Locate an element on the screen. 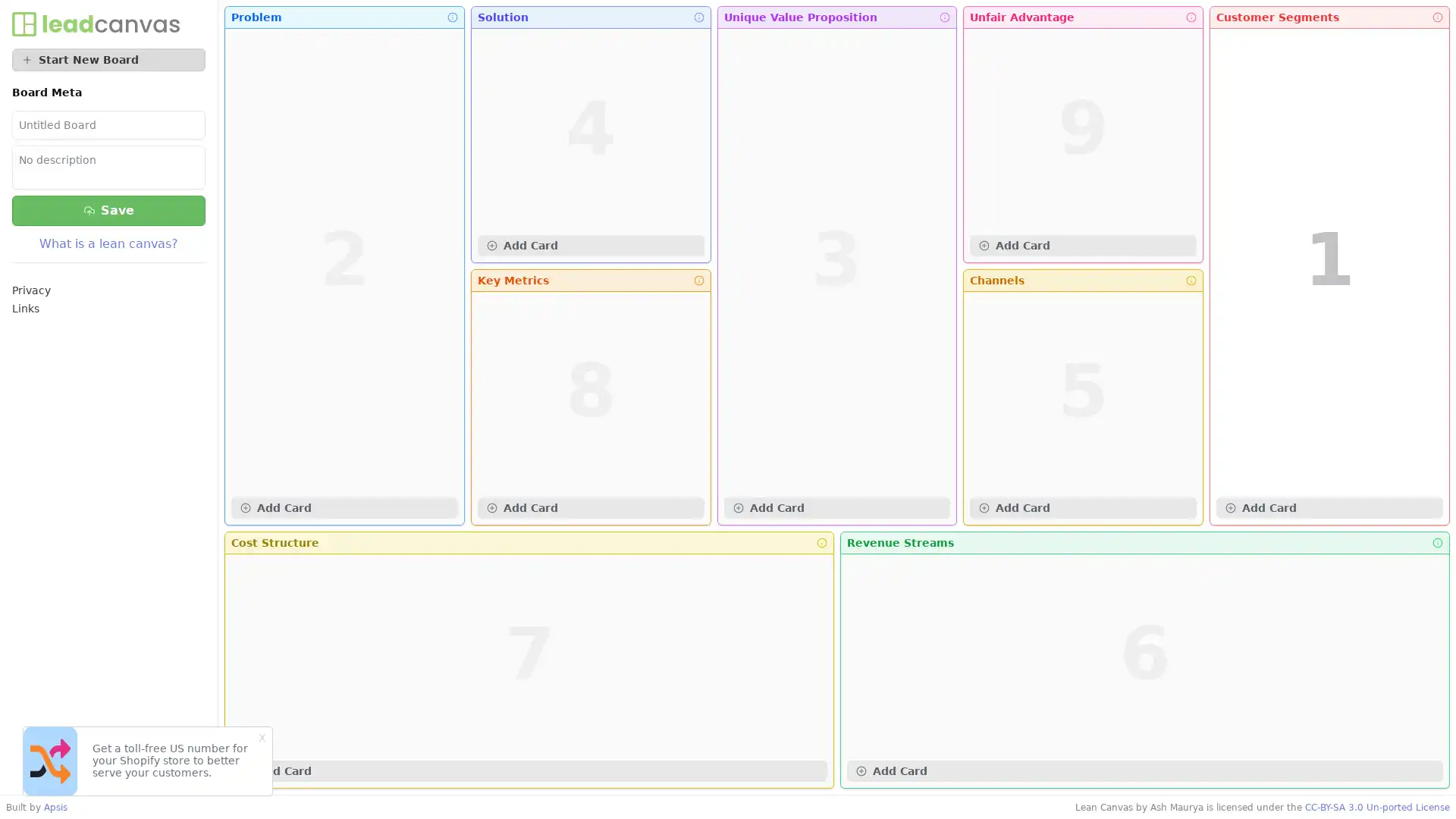 This screenshot has height=819, width=1456. Add Card is located at coordinates (1082, 508).